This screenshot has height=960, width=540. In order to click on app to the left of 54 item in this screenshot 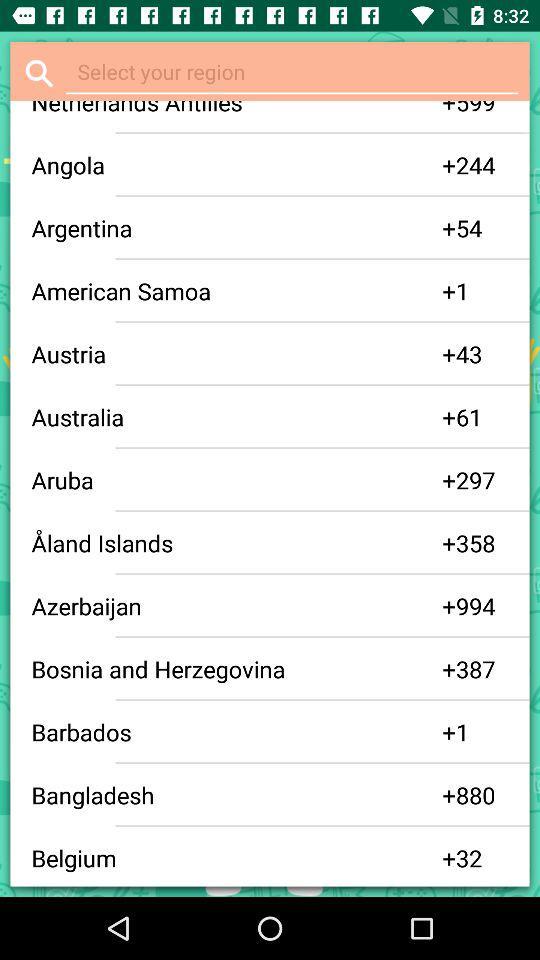, I will do `click(449, 228)`.